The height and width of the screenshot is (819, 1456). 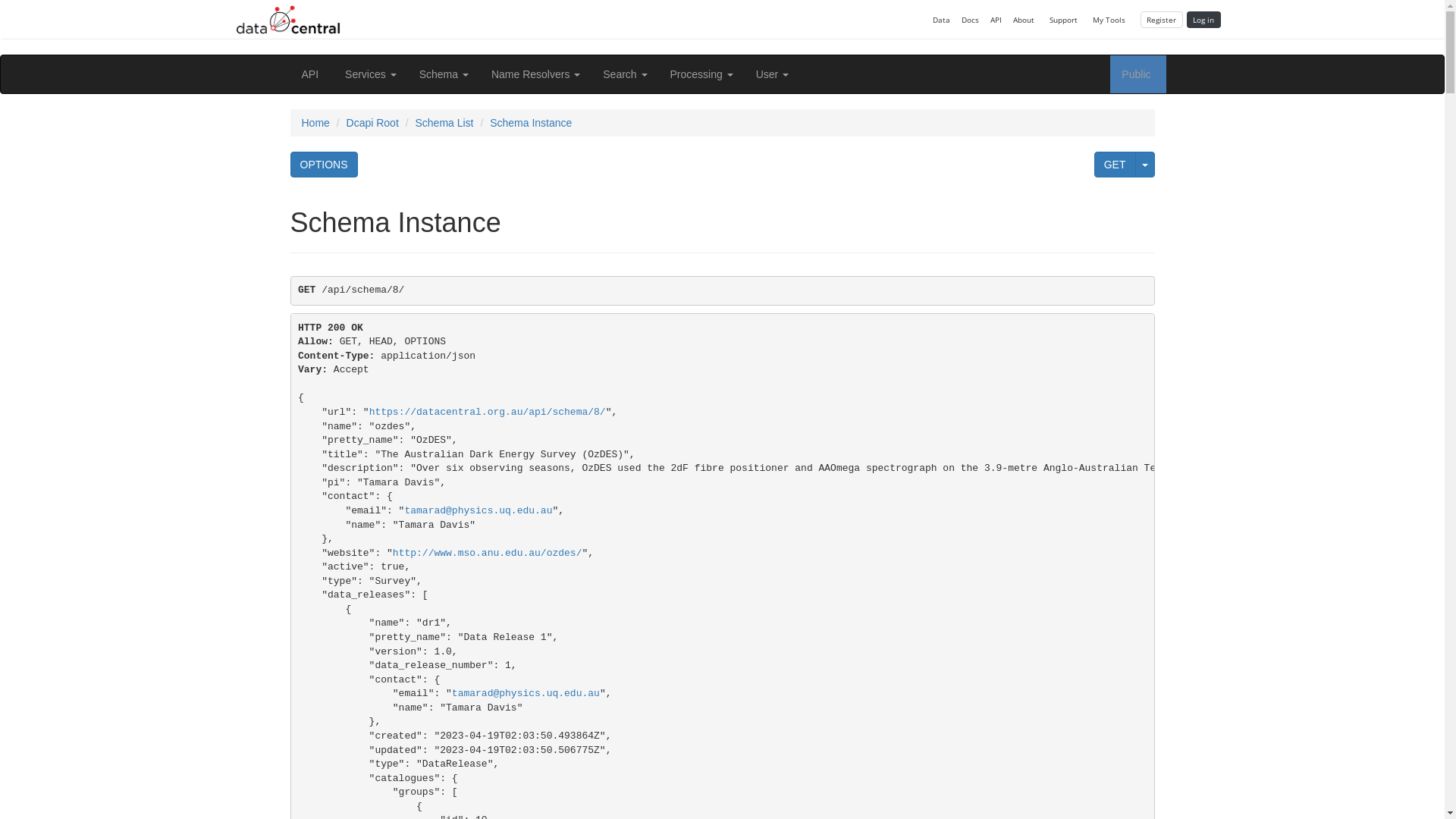 I want to click on 'GET', so click(x=1094, y=164).